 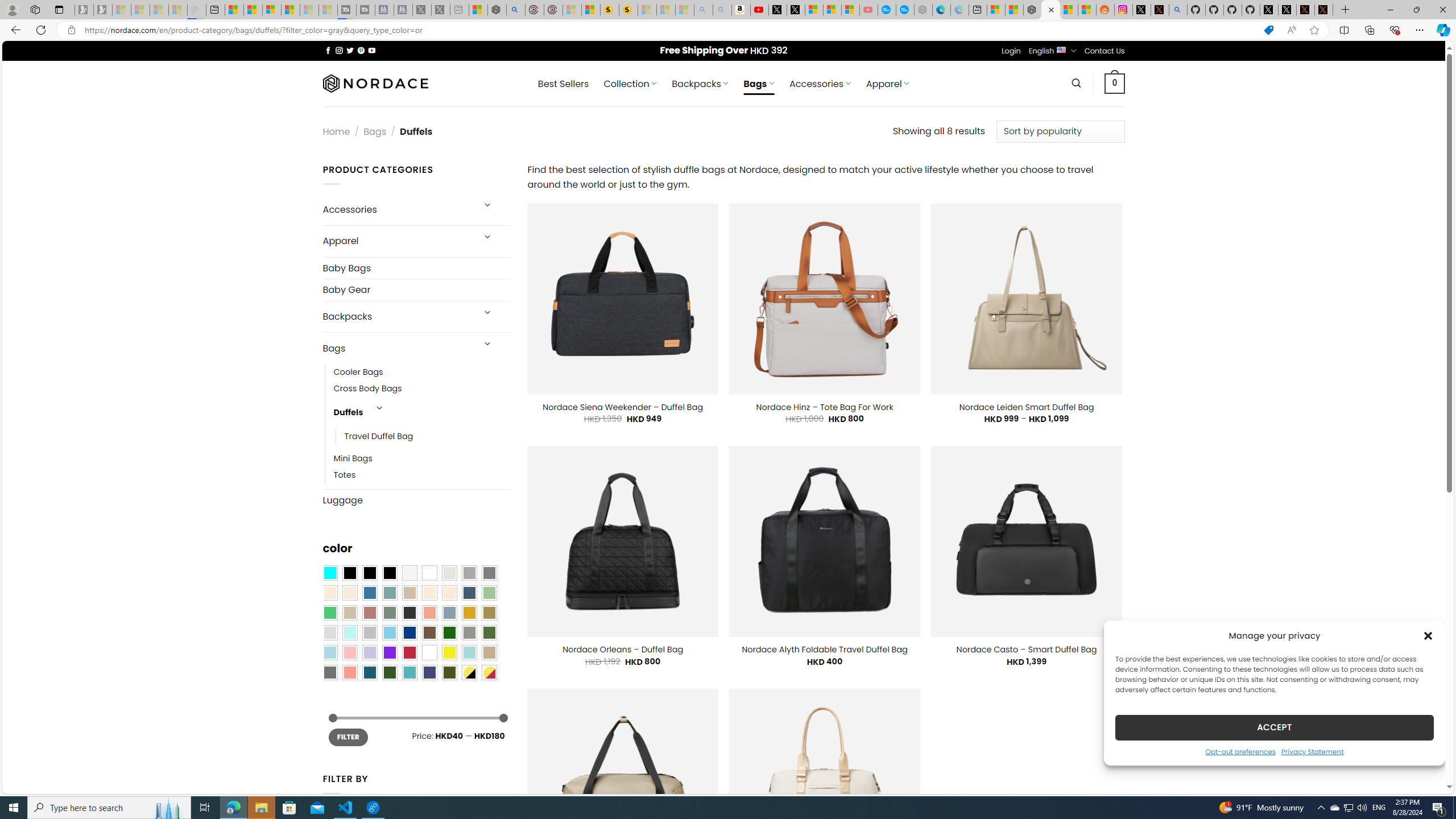 What do you see at coordinates (515, 9) in the screenshot?
I see `'poe - Search'` at bounding box center [515, 9].